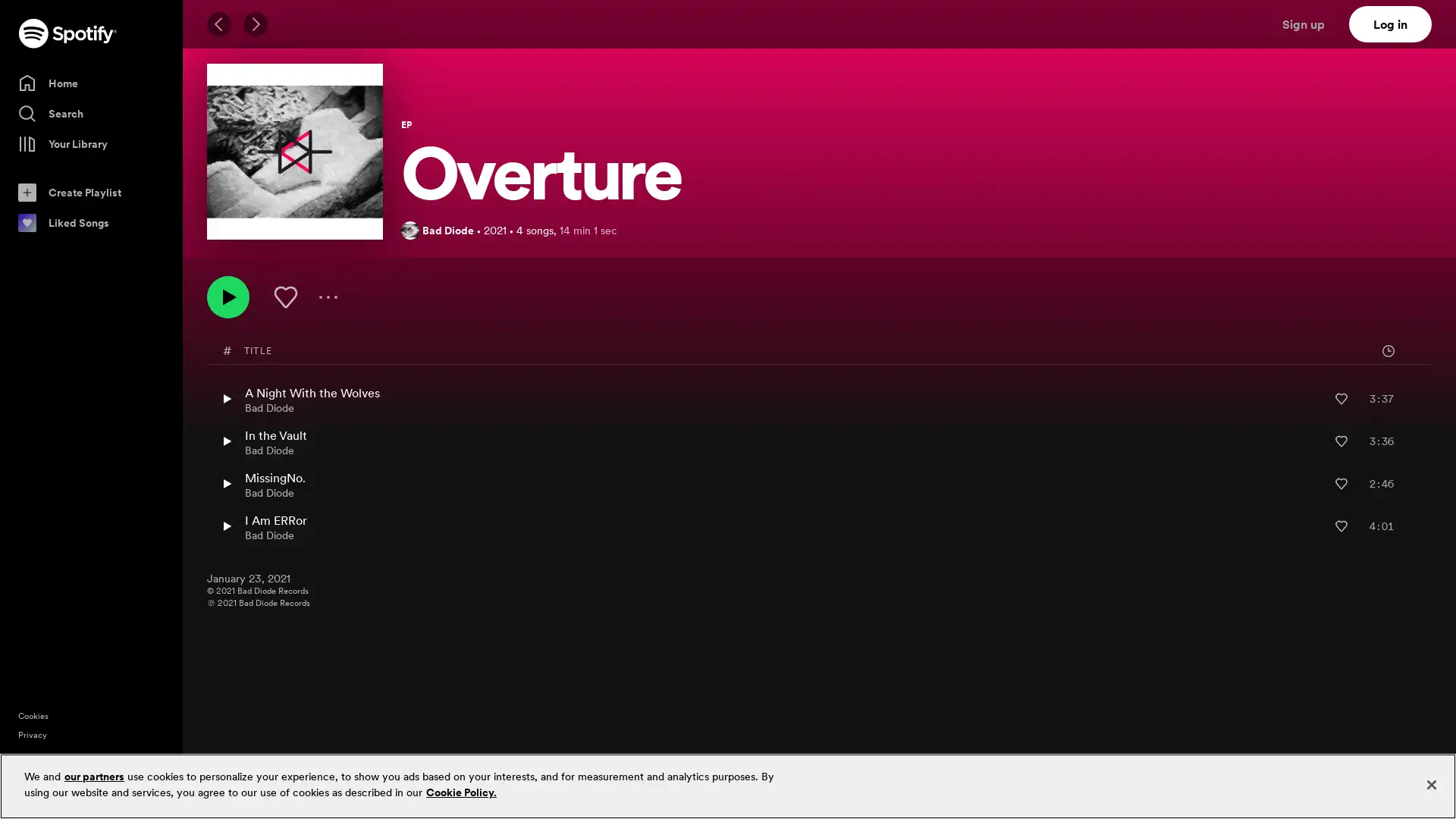 The image size is (1456, 819). Describe the element at coordinates (1390, 24) in the screenshot. I see `Log in` at that location.